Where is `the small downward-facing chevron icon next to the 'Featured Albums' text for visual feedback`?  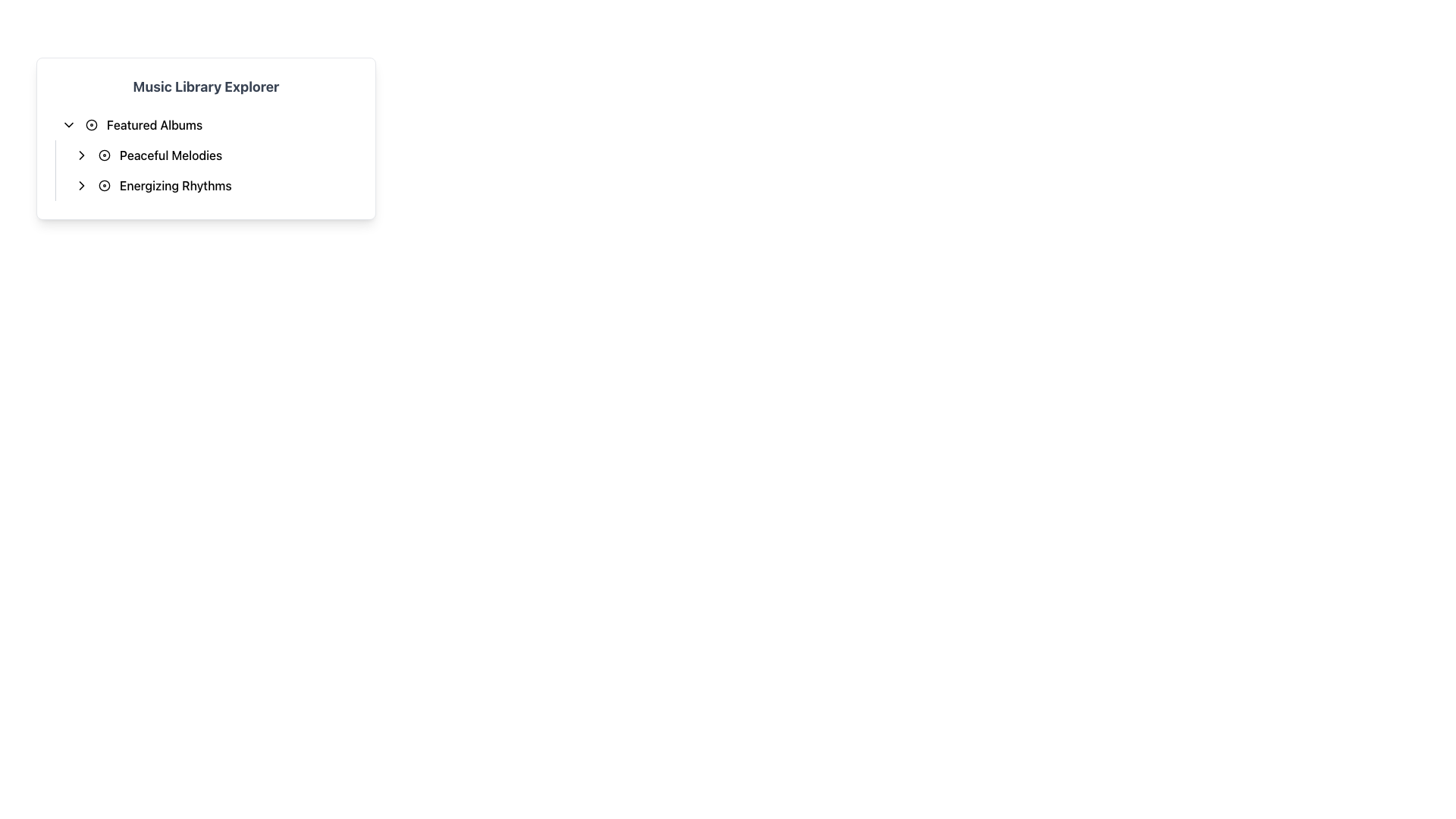
the small downward-facing chevron icon next to the 'Featured Albums' text for visual feedback is located at coordinates (68, 124).